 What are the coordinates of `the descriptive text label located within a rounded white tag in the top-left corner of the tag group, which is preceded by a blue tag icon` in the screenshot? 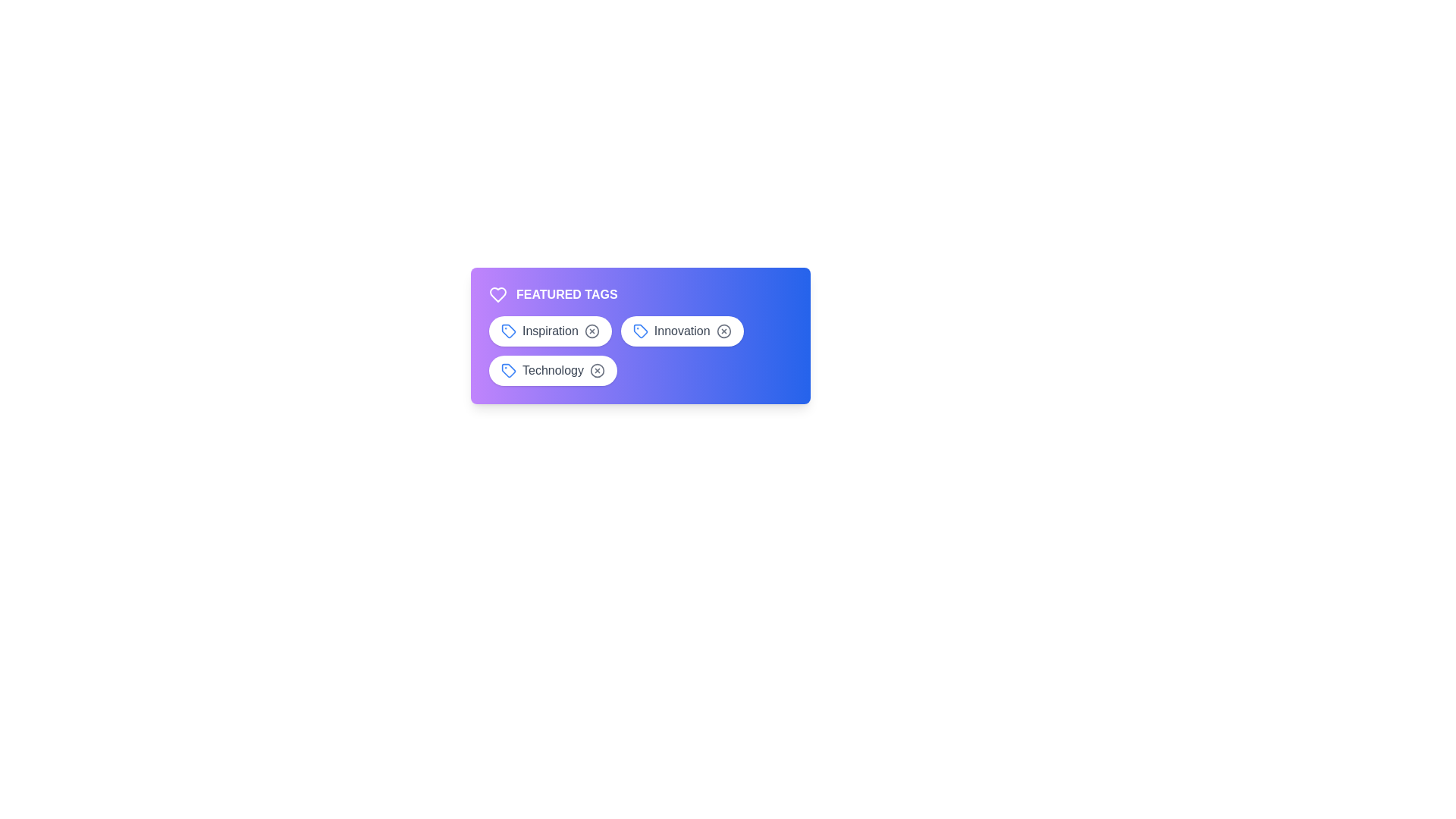 It's located at (549, 330).